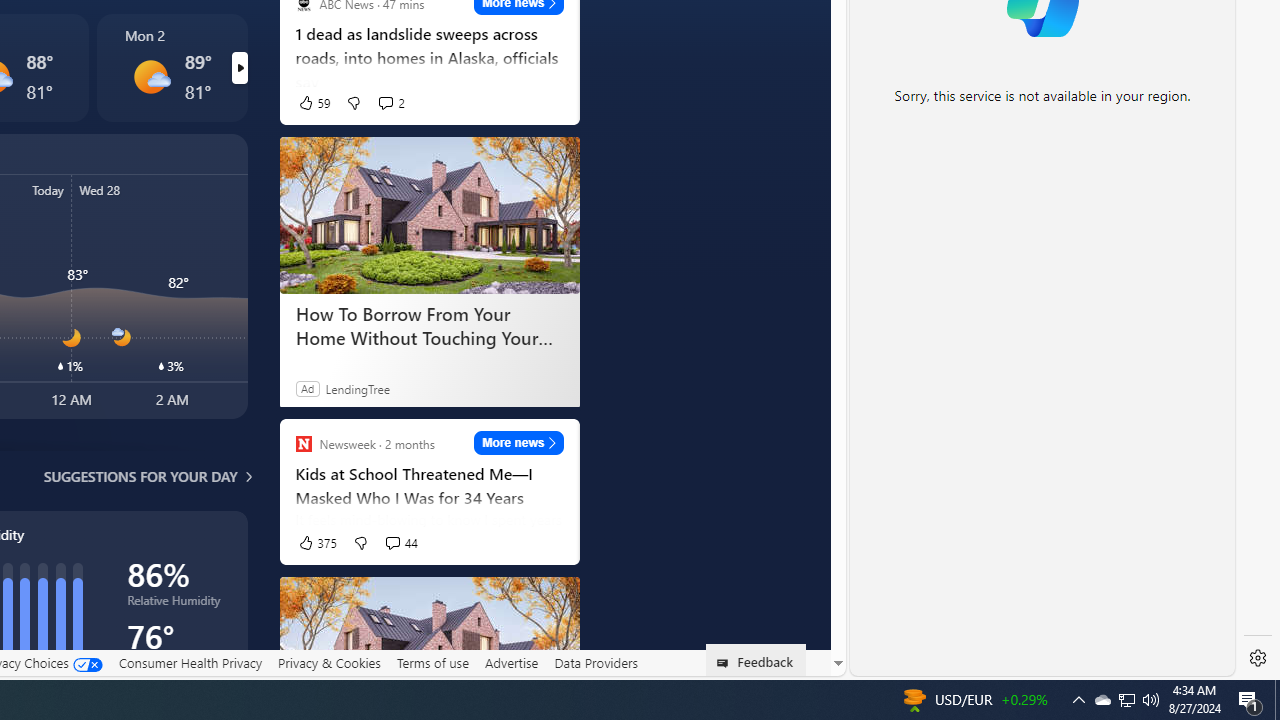  Describe the element at coordinates (190, 662) in the screenshot. I see `'Consumer Health Privacy'` at that location.